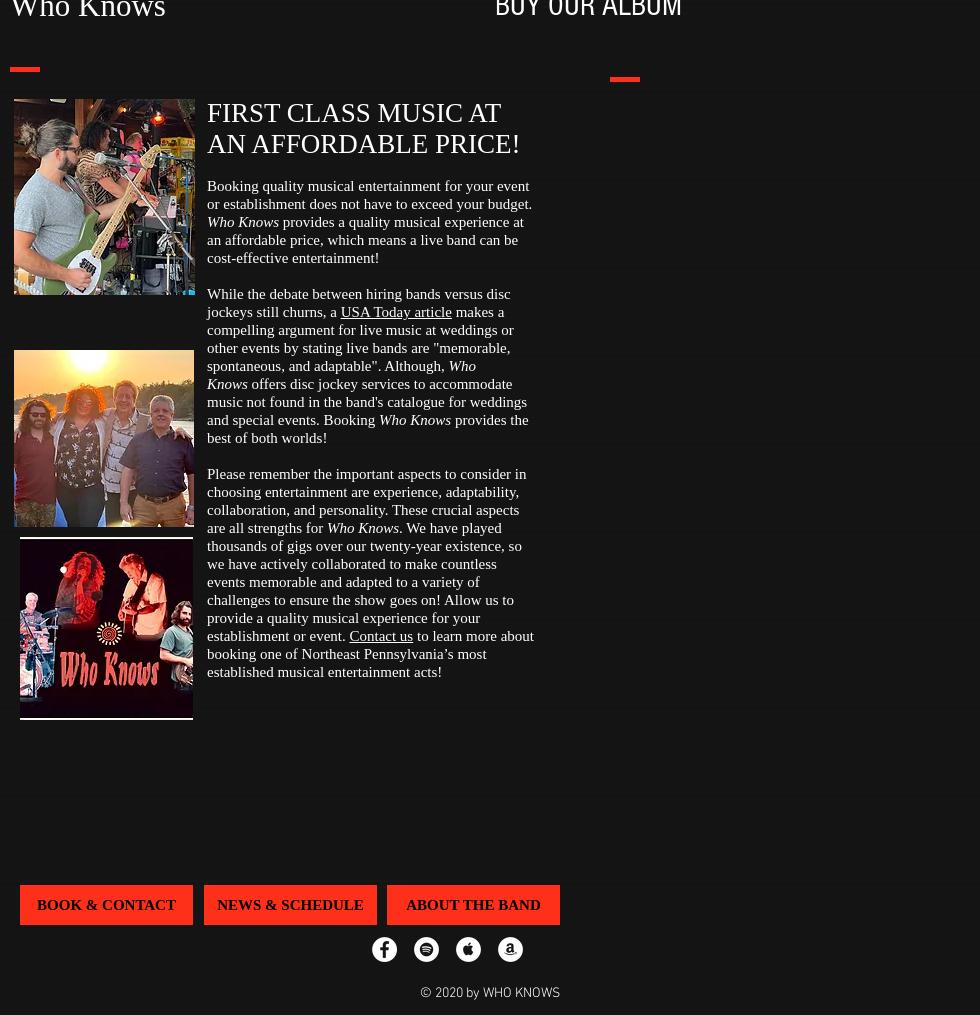  What do you see at coordinates (106, 902) in the screenshot?
I see `'BOOK & CONTACT'` at bounding box center [106, 902].